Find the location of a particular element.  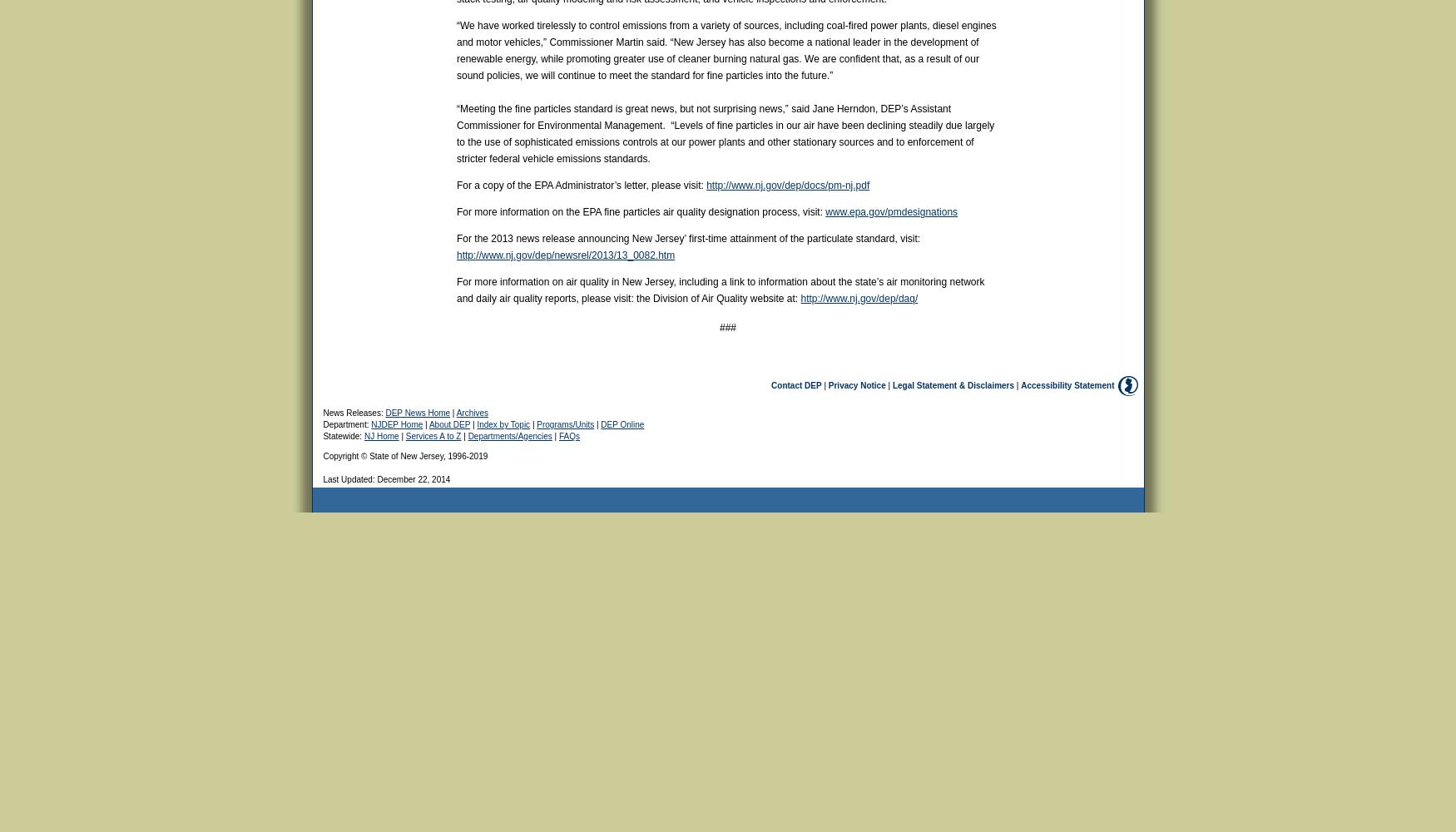

'Accessibility
                            Statement' is located at coordinates (1066, 384).